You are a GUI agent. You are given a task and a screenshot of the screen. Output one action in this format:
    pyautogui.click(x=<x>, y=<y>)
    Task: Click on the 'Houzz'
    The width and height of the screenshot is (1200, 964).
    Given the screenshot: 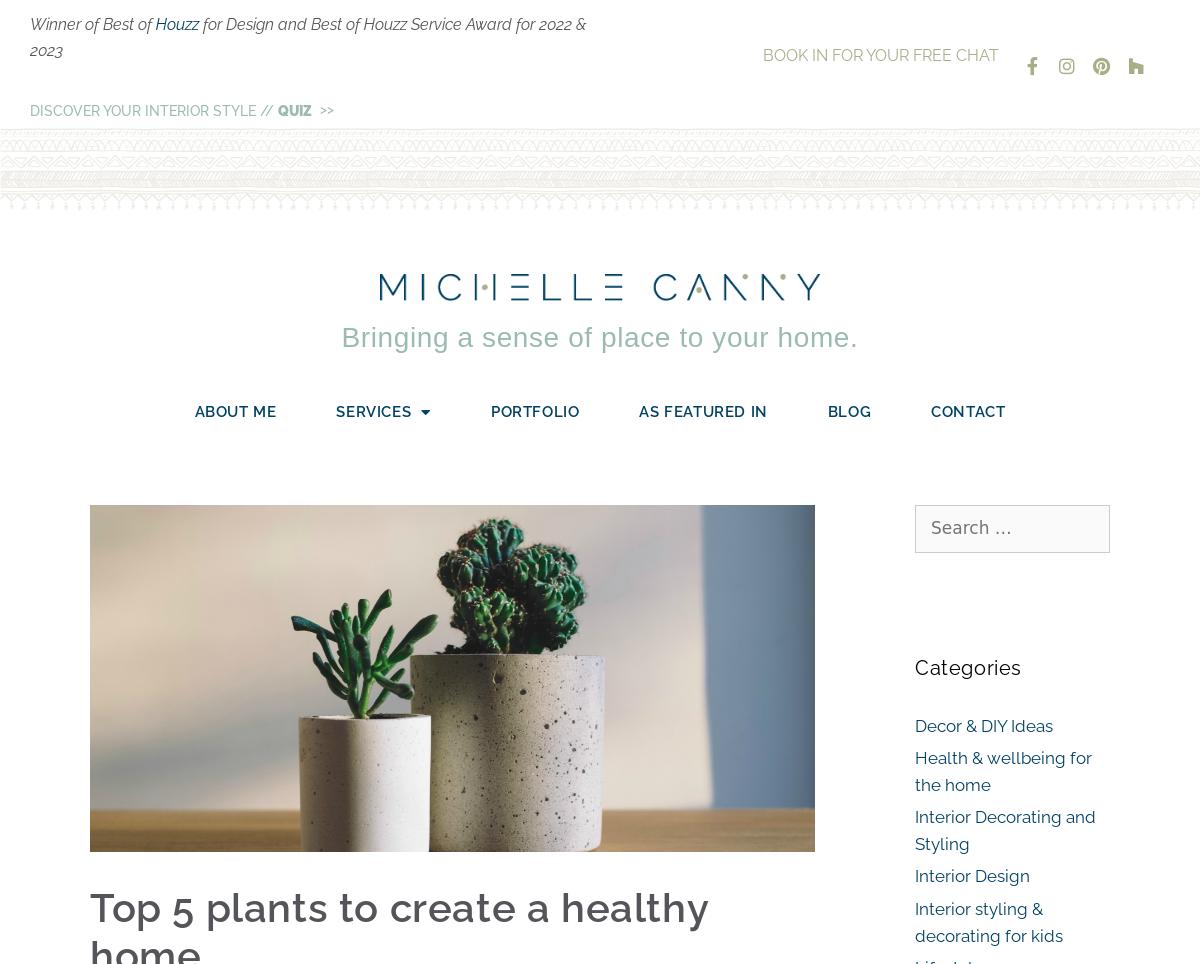 What is the action you would take?
    pyautogui.click(x=176, y=23)
    